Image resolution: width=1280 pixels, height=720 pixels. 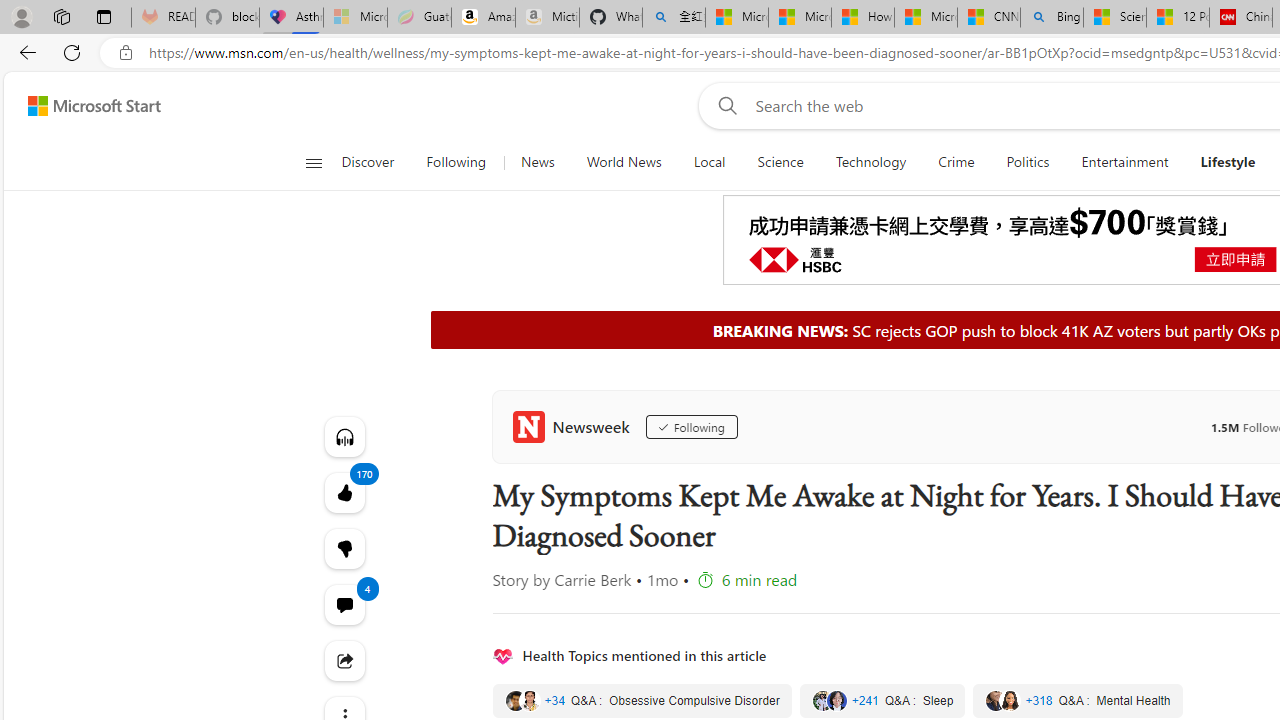 I want to click on '170 Like', so click(x=344, y=492).